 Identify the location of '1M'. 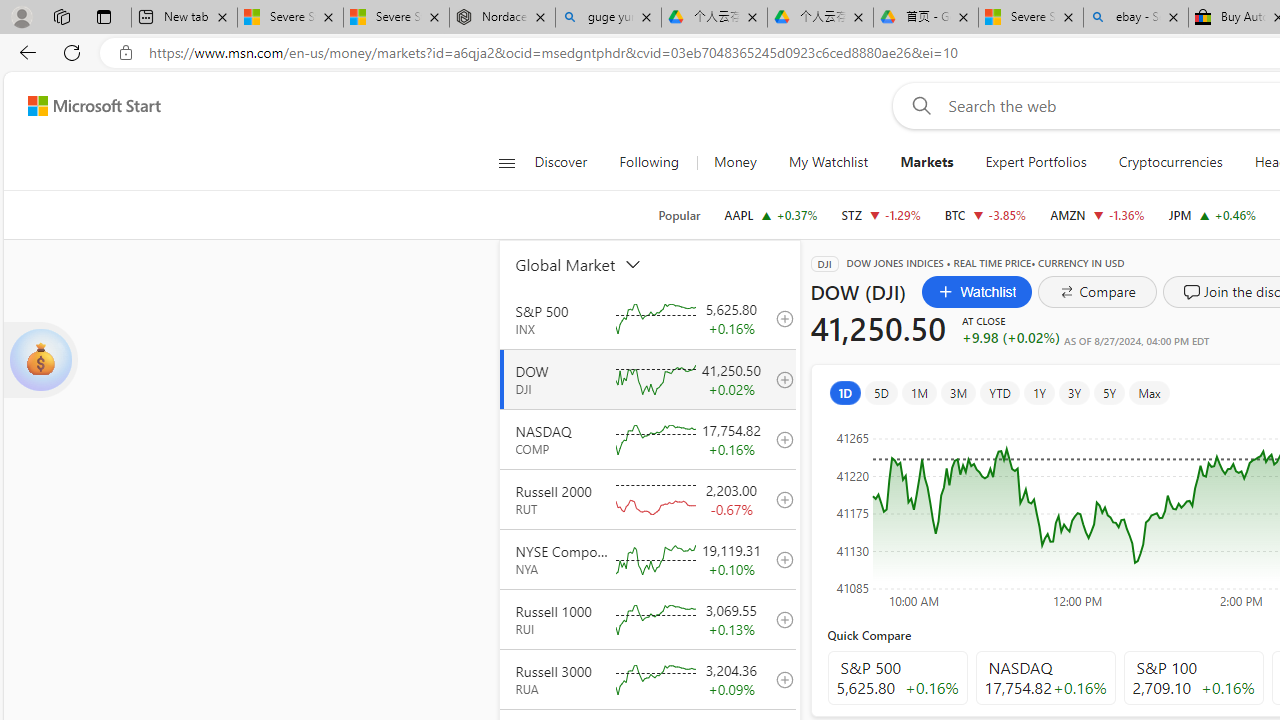
(918, 392).